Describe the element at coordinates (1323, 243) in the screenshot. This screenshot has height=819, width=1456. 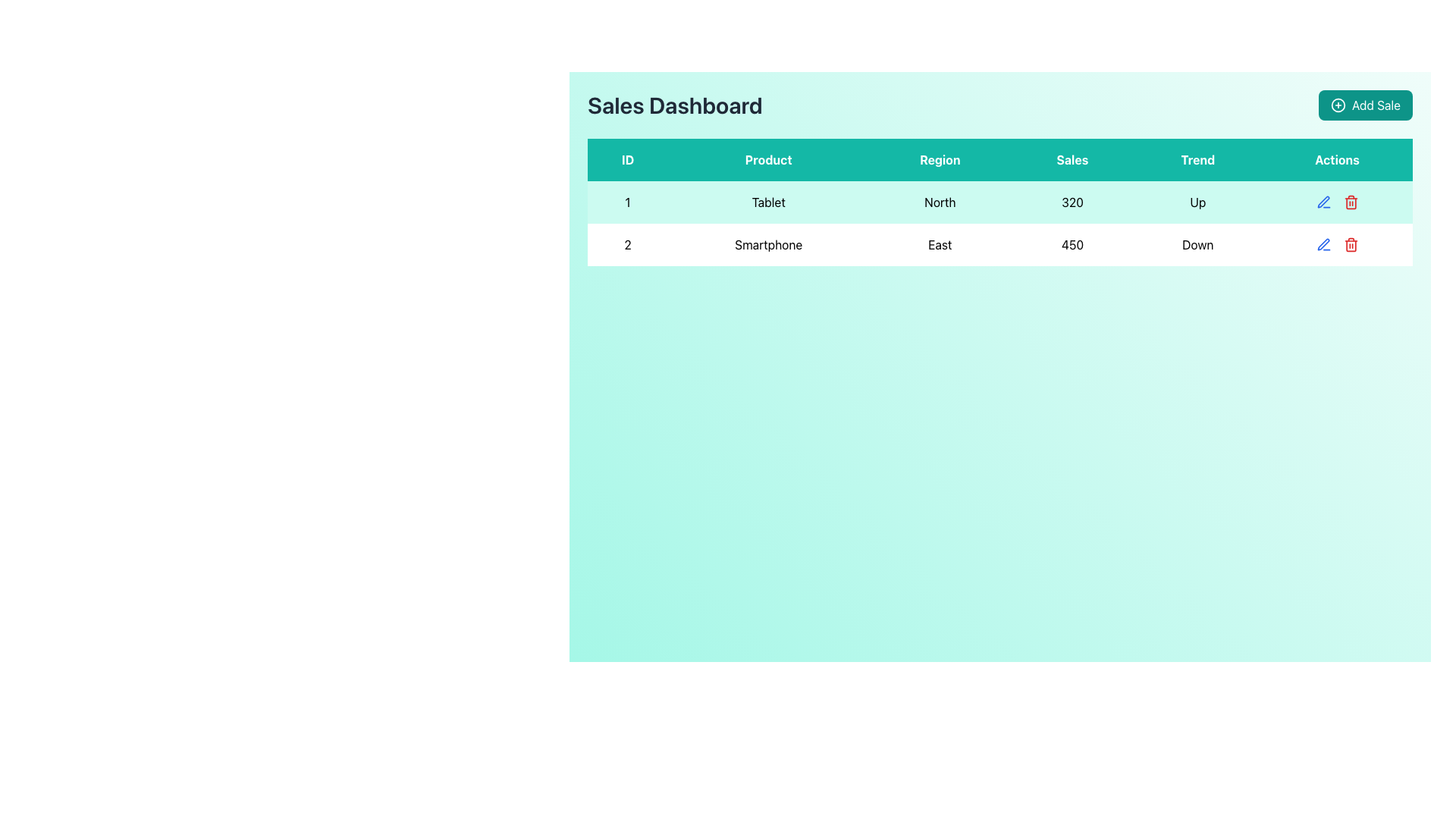
I see `the edit icon in the 'Actions' column of the table associated with the 'Smartphone' entry` at that location.